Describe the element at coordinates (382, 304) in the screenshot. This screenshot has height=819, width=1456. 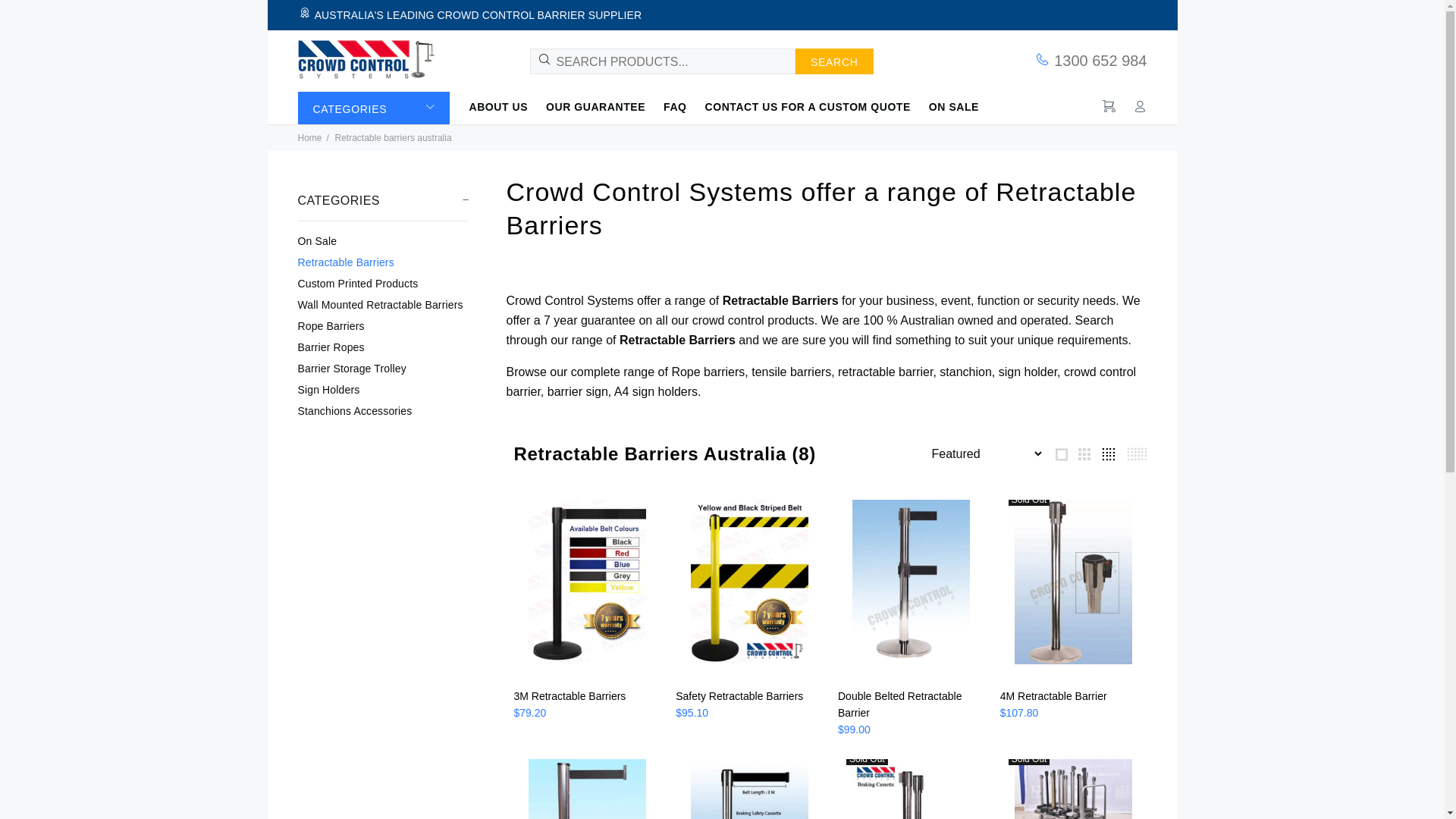
I see `'Wall Mounted Retractable Barriers'` at that location.